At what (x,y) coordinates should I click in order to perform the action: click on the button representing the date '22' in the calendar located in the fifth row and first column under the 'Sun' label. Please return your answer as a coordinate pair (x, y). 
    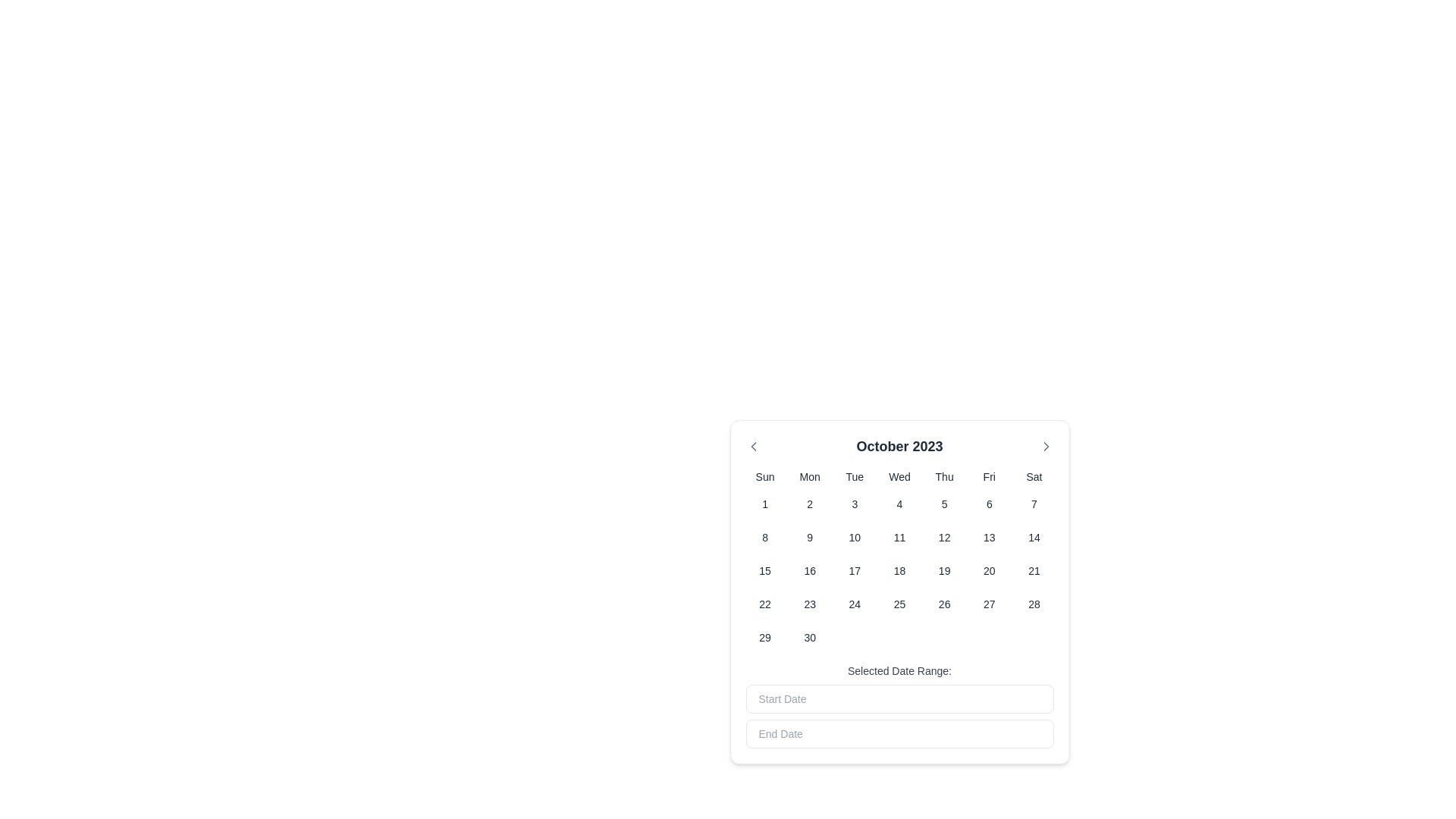
    Looking at the image, I should click on (765, 604).